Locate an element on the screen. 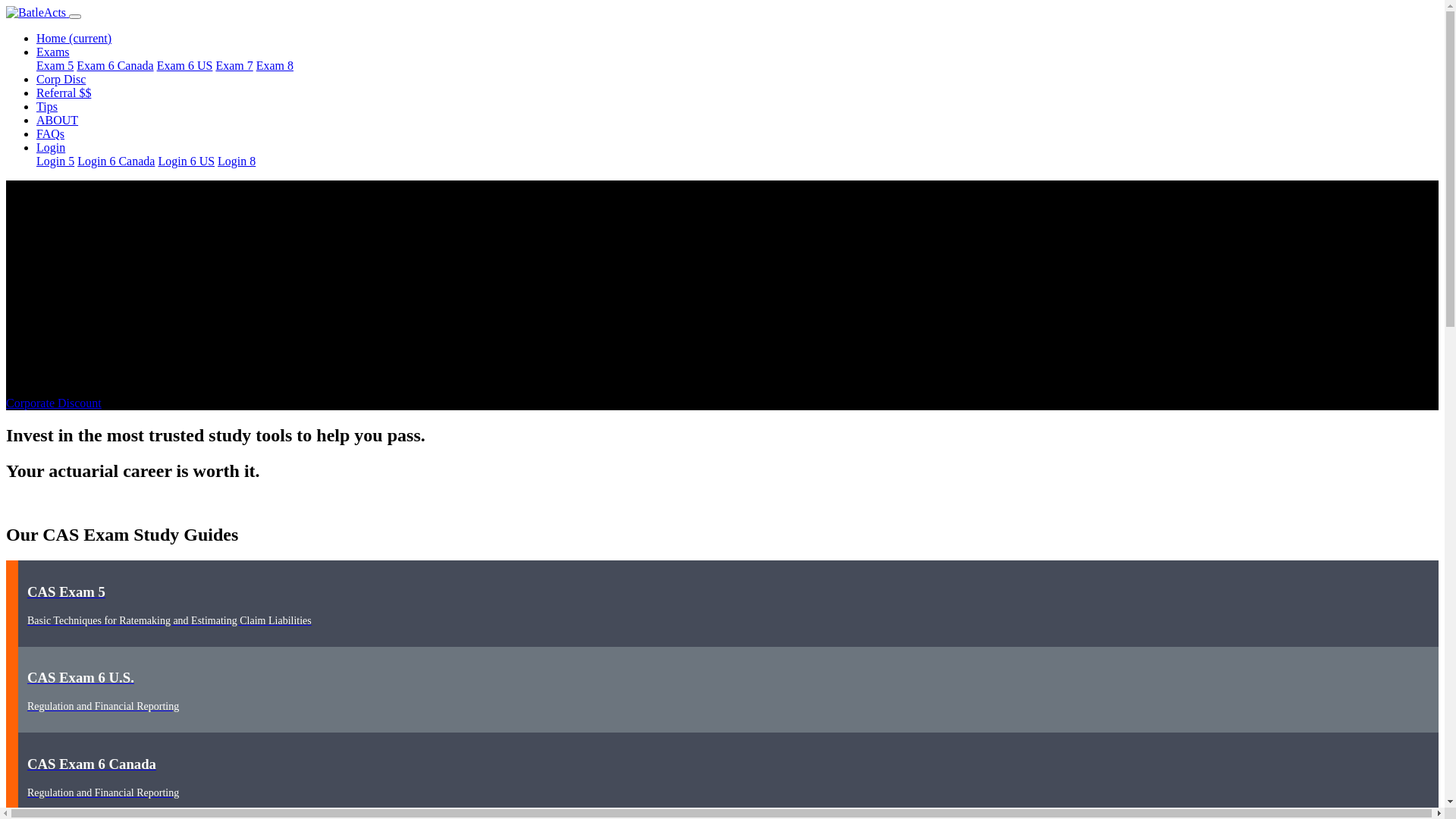  'Referral $$' is located at coordinates (62, 93).